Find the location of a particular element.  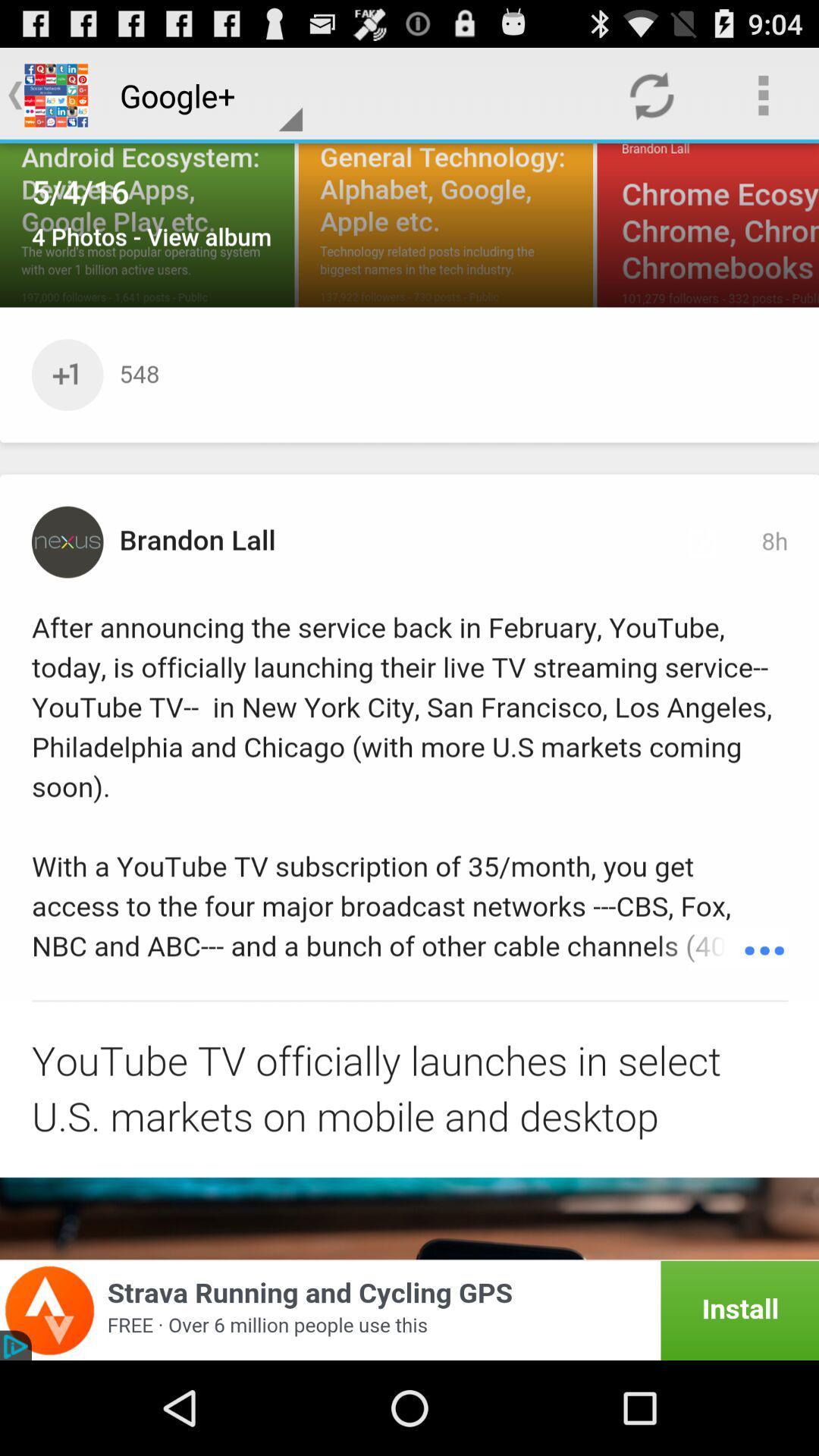

install the strava running and cycling gps app is located at coordinates (409, 1310).